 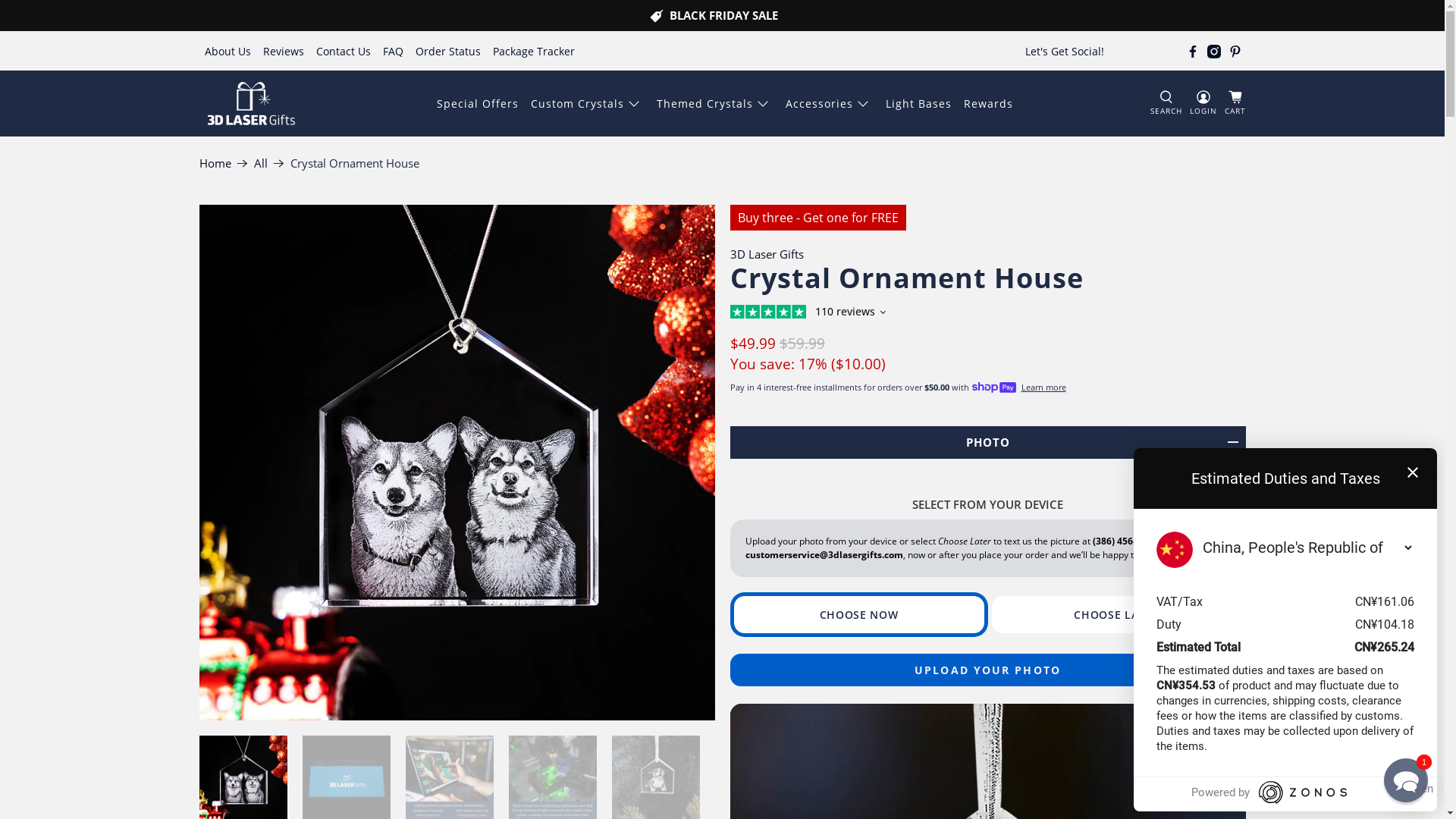 What do you see at coordinates (447, 50) in the screenshot?
I see `'Order Status'` at bounding box center [447, 50].